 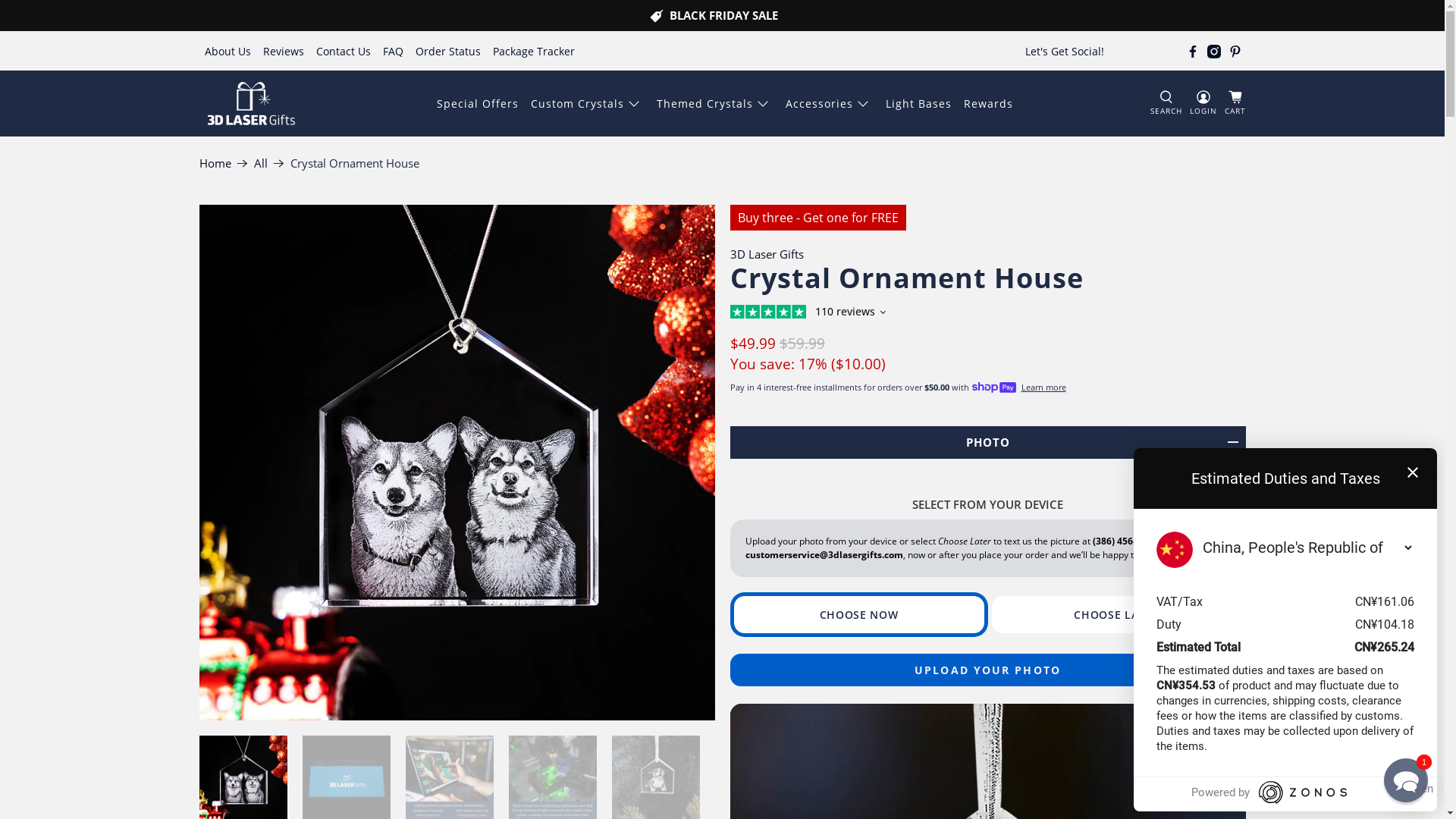 What do you see at coordinates (447, 50) in the screenshot?
I see `'Order Status'` at bounding box center [447, 50].